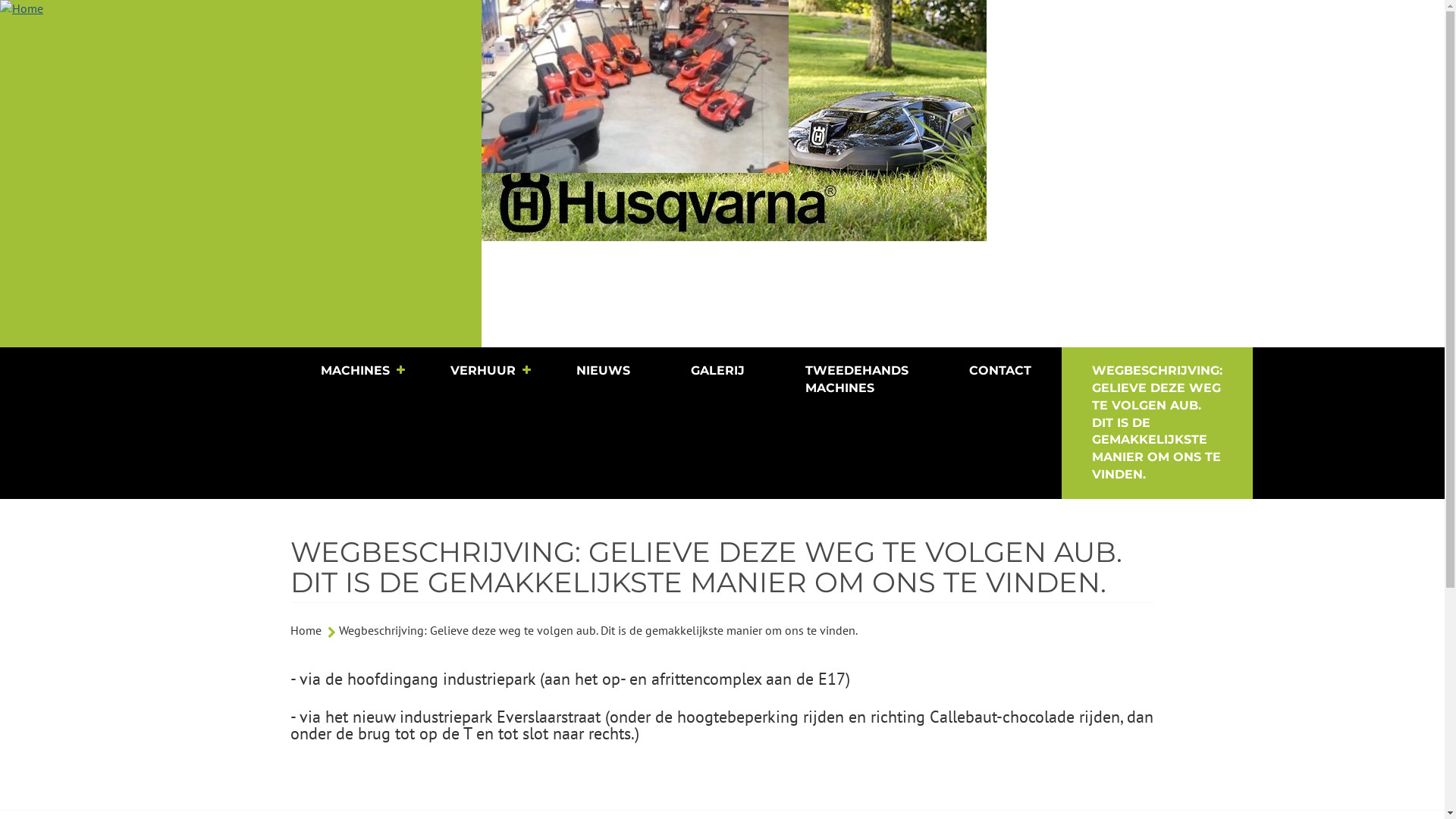 The width and height of the screenshot is (1456, 819). Describe the element at coordinates (419, 371) in the screenshot. I see `'VERHUUR'` at that location.